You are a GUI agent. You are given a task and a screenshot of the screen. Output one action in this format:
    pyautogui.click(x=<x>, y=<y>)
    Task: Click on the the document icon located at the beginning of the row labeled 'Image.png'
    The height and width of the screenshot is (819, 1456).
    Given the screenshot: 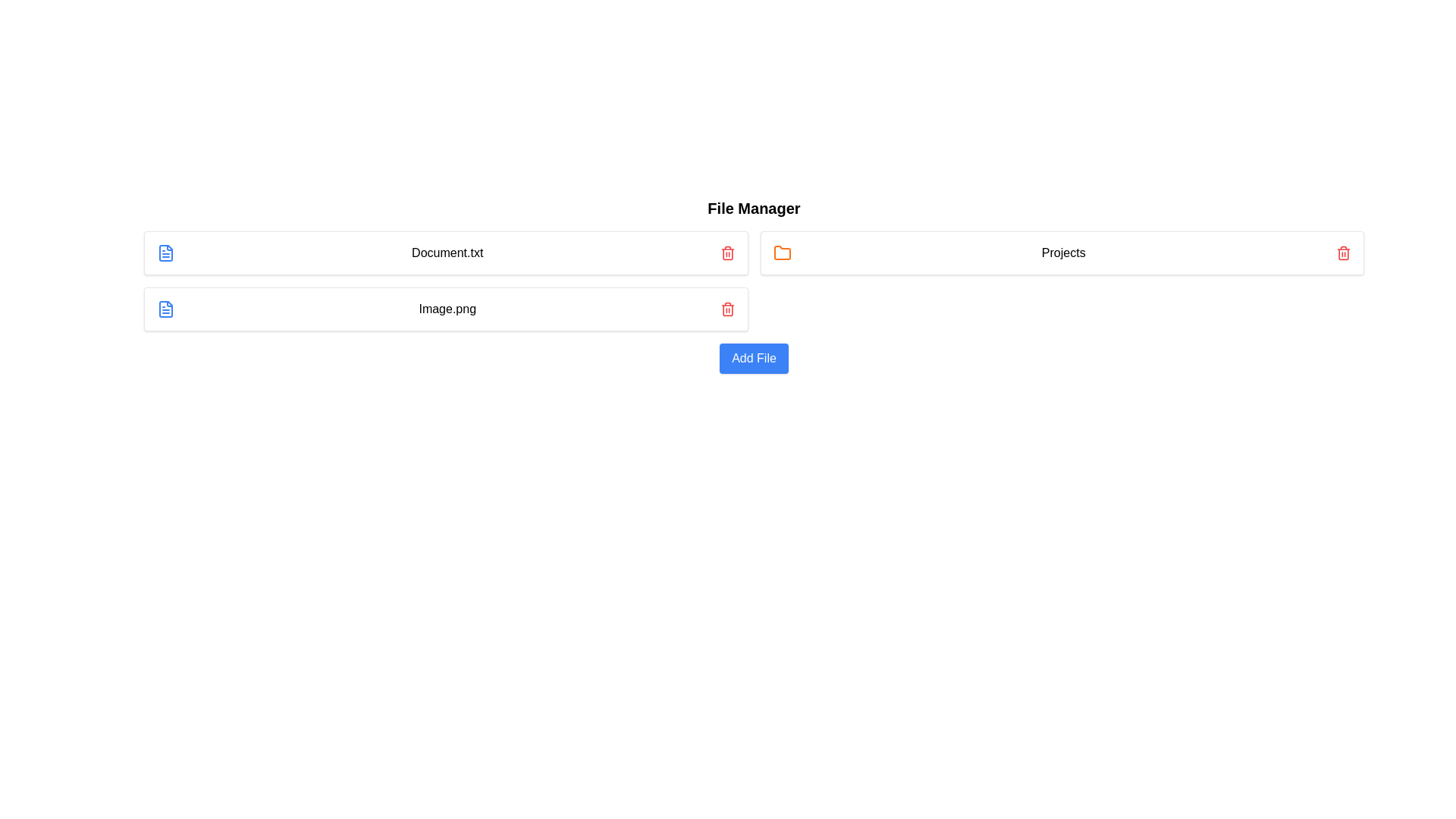 What is the action you would take?
    pyautogui.click(x=166, y=309)
    